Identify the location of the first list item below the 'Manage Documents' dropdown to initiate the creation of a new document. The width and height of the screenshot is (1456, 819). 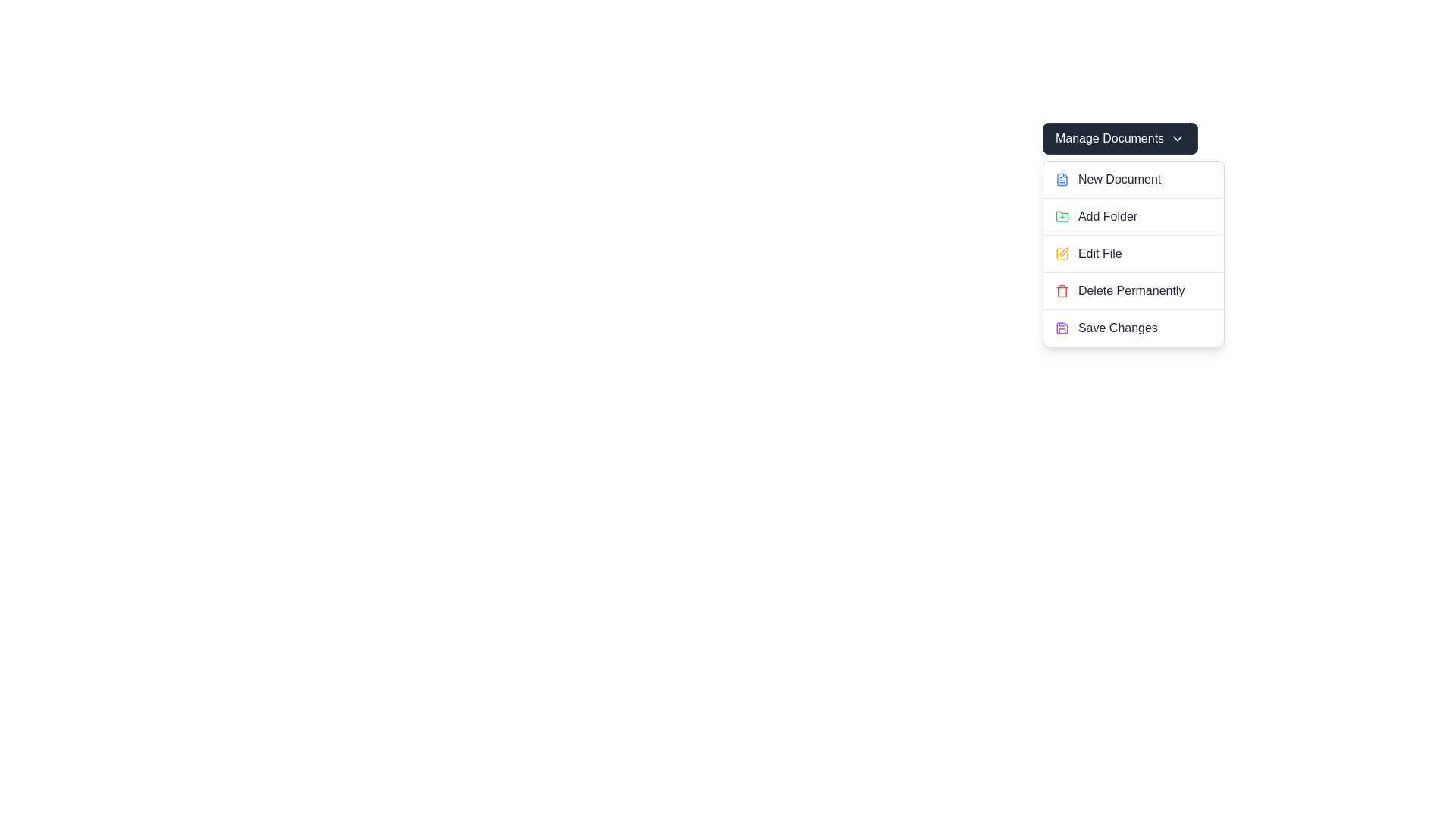
(1132, 178).